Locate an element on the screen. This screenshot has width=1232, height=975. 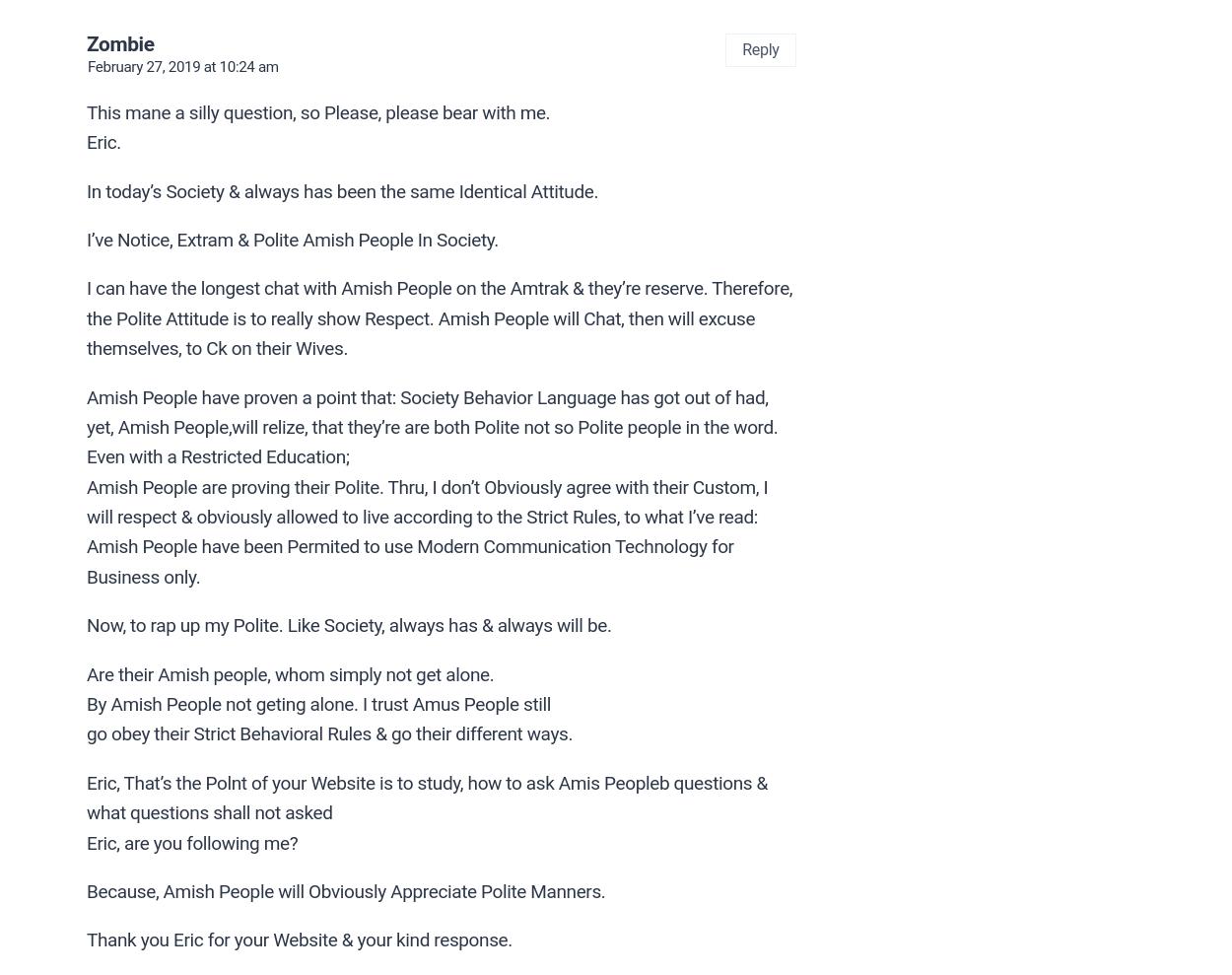
'Now, to rap up my Polite. Like Society, always has & always will be.' is located at coordinates (348, 625).